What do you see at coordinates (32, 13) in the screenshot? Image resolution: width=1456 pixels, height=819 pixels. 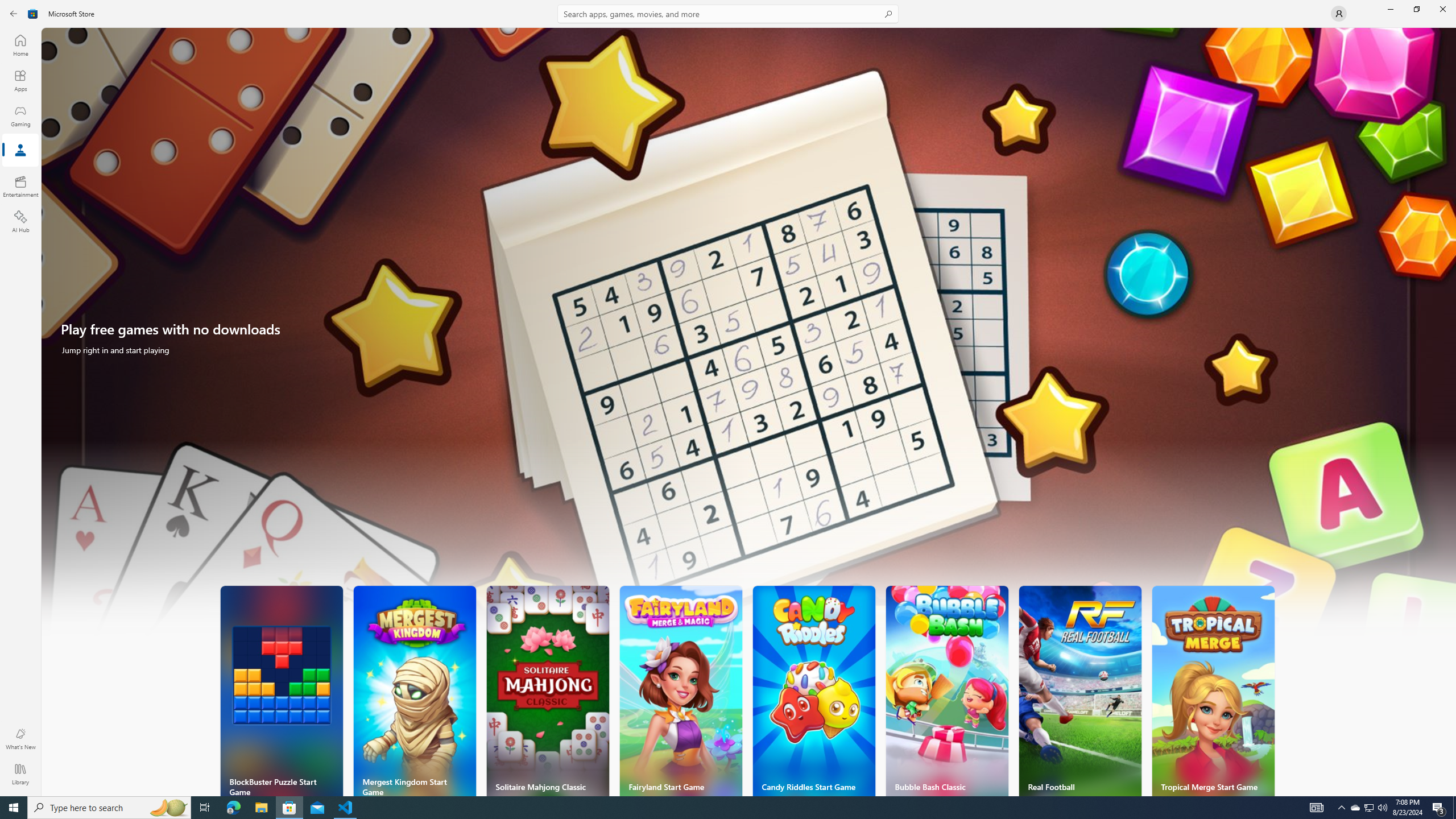 I see `'Class: Image'` at bounding box center [32, 13].